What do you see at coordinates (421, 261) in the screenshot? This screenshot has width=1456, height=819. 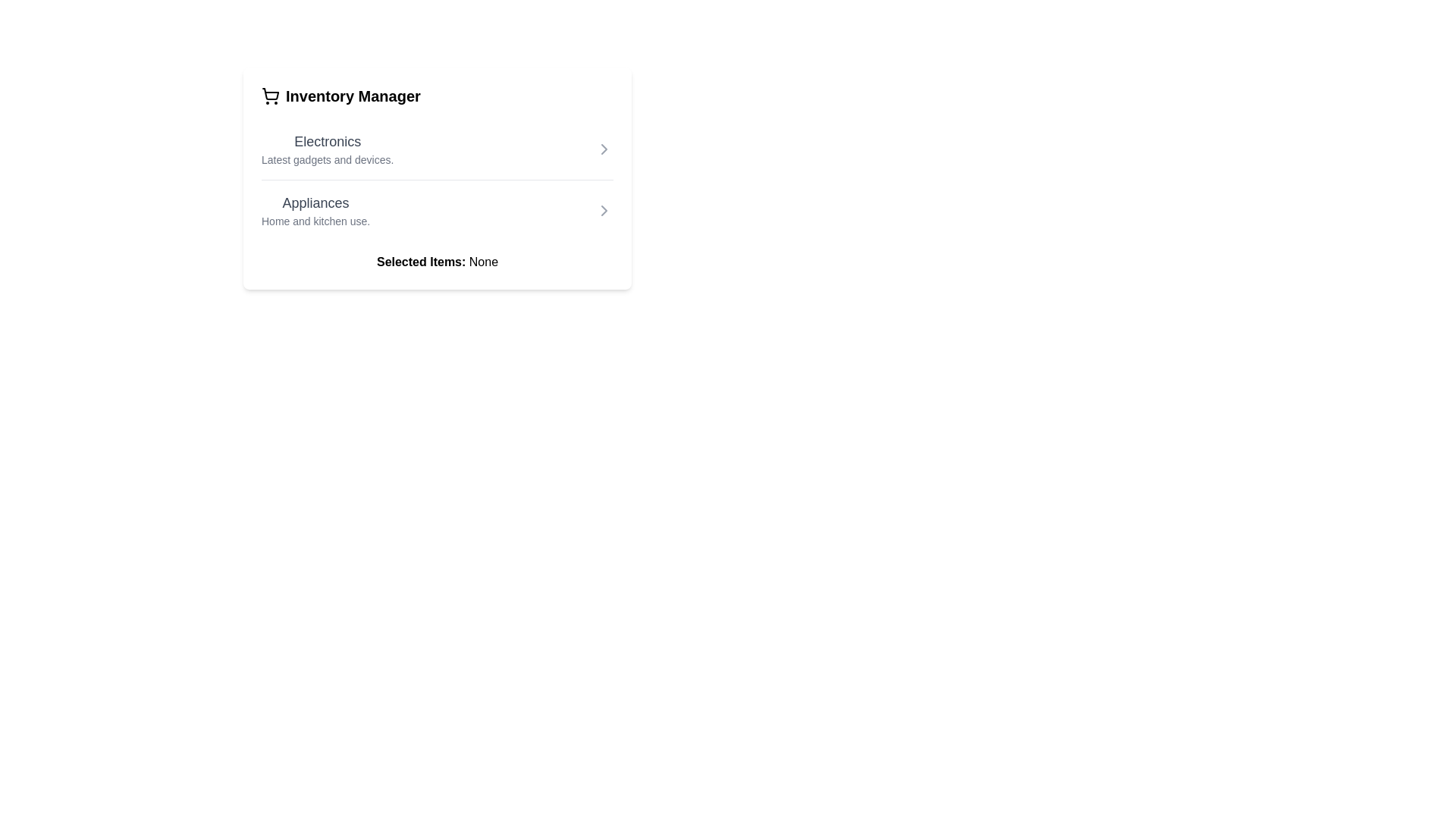 I see `the Text Label that specifies the section for displaying selected items, which reads 'None' and is located beneath the 'Electronics' and 'Appliances' sections` at bounding box center [421, 261].